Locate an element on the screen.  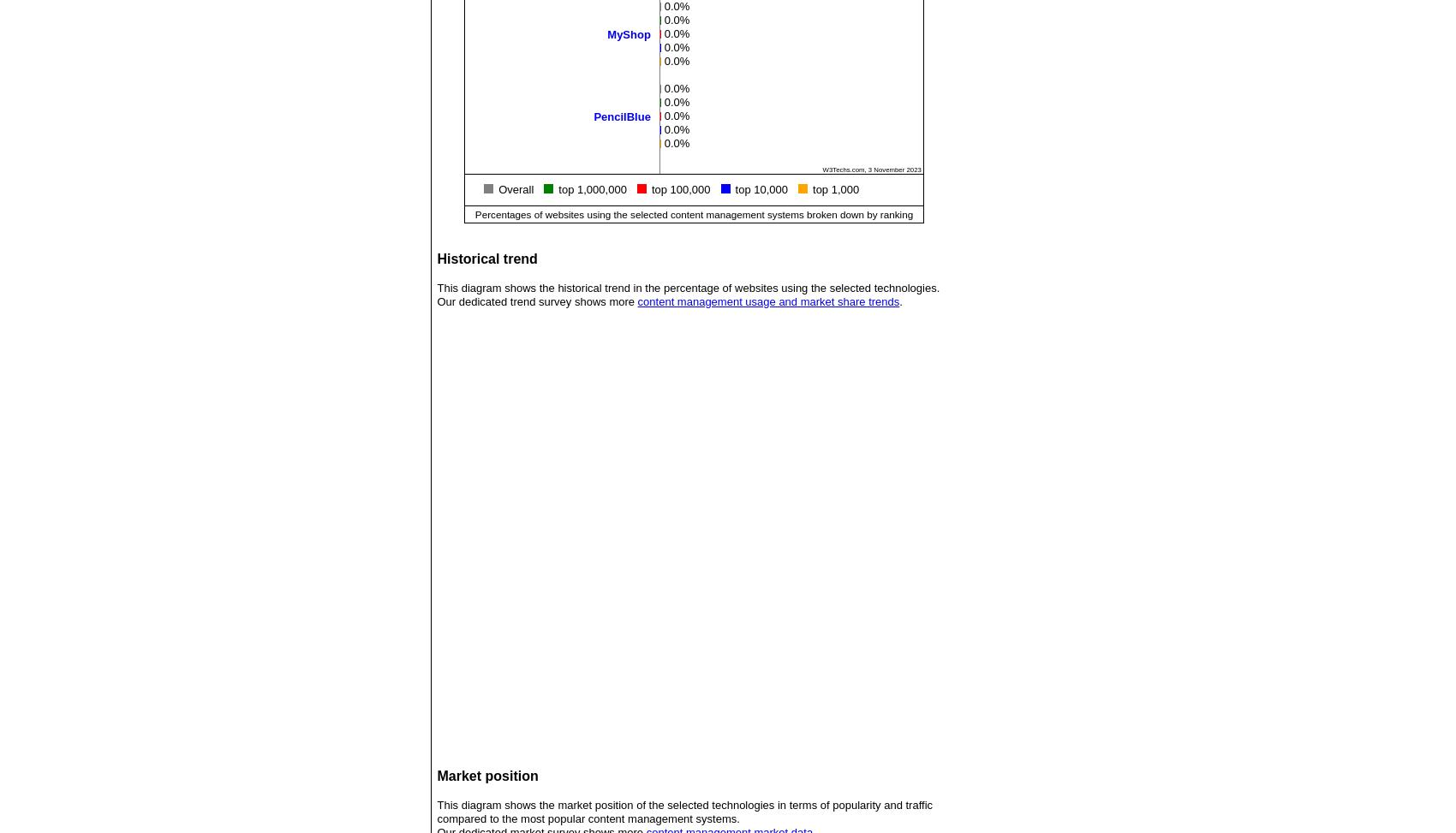
'top 100,000' is located at coordinates (650, 188).